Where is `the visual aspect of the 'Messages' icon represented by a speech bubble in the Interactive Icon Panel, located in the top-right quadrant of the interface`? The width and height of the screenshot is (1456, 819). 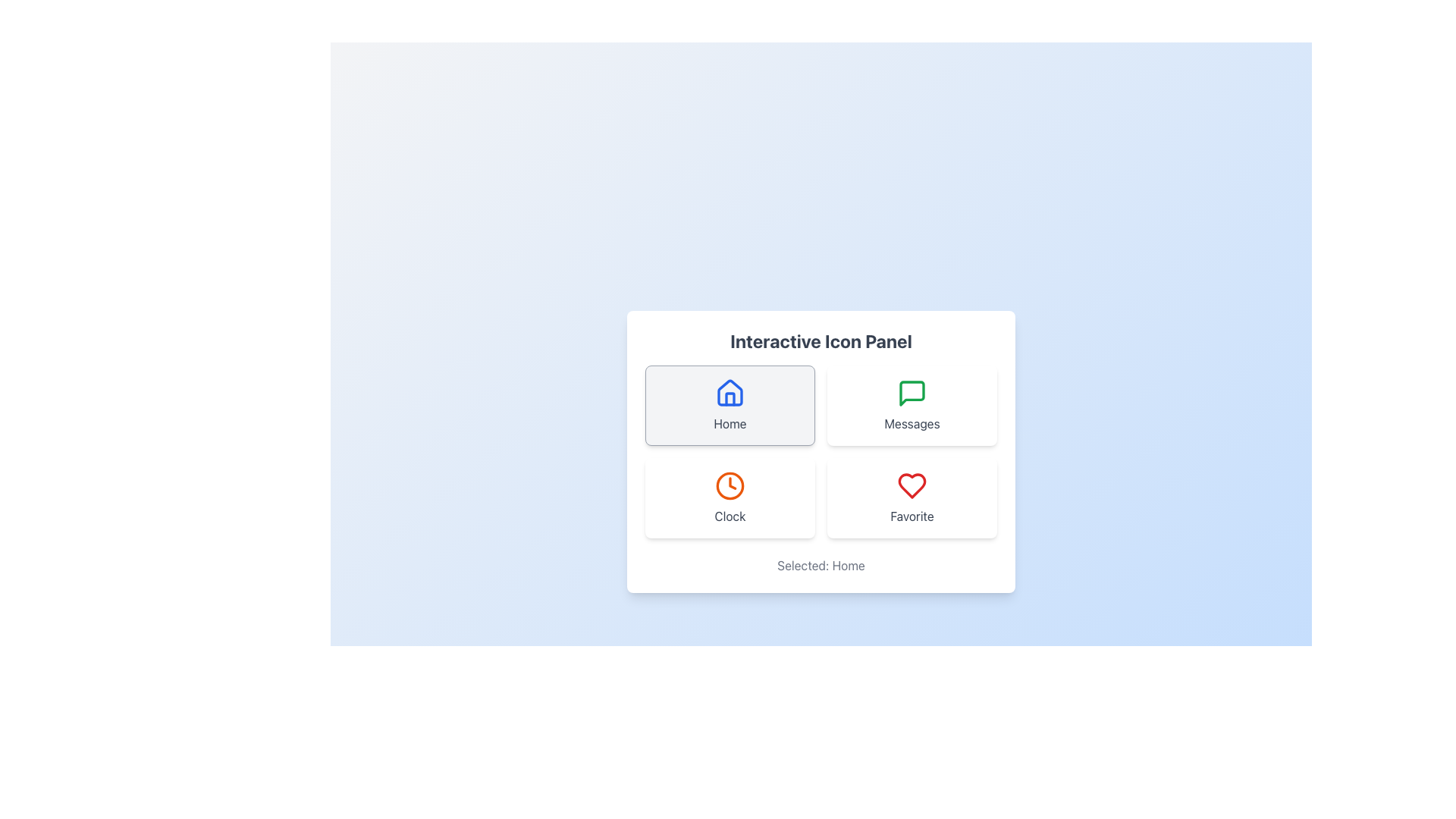
the visual aspect of the 'Messages' icon represented by a speech bubble in the Interactive Icon Panel, located in the top-right quadrant of the interface is located at coordinates (912, 393).